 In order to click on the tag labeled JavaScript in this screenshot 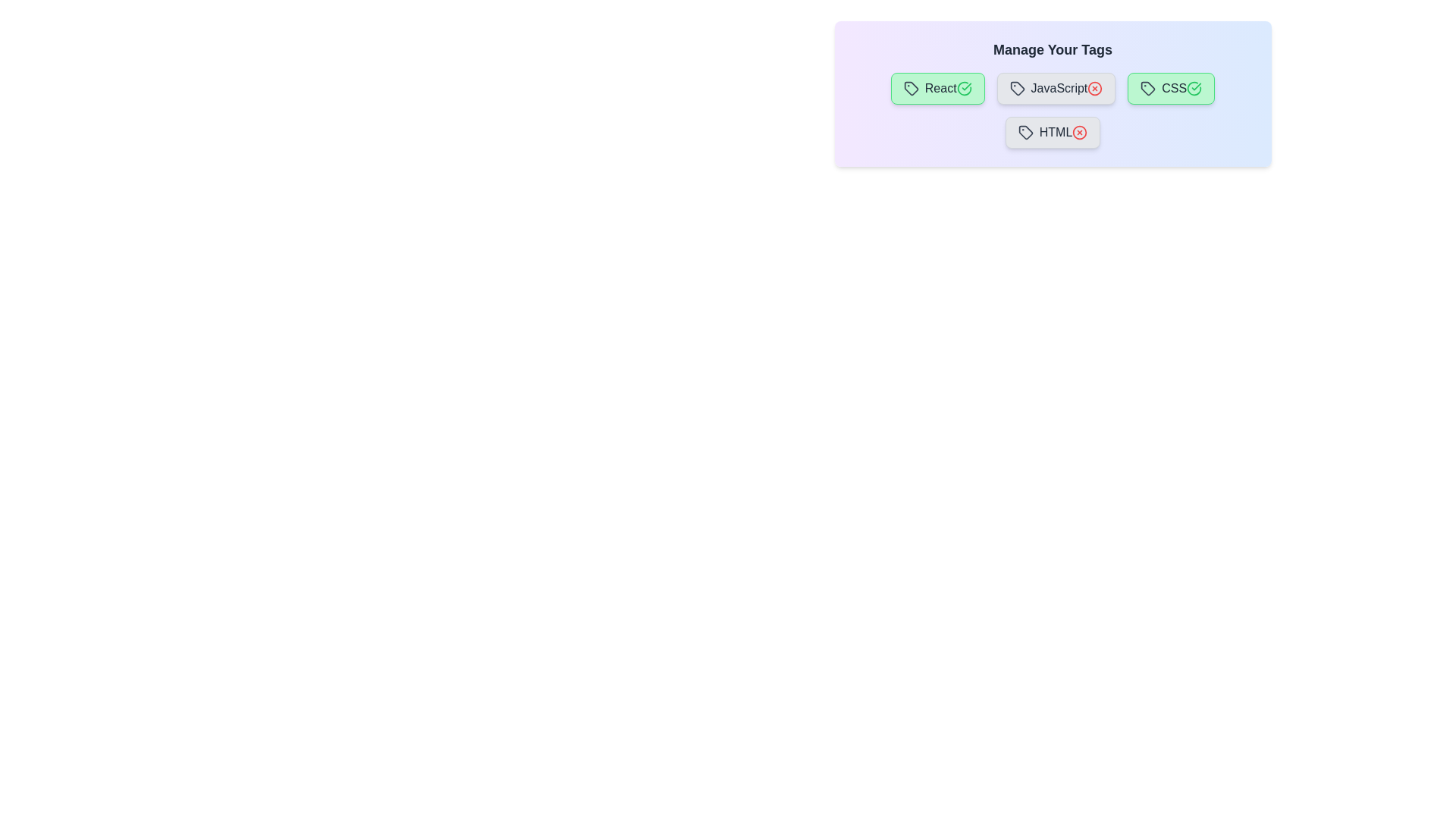, I will do `click(1055, 88)`.